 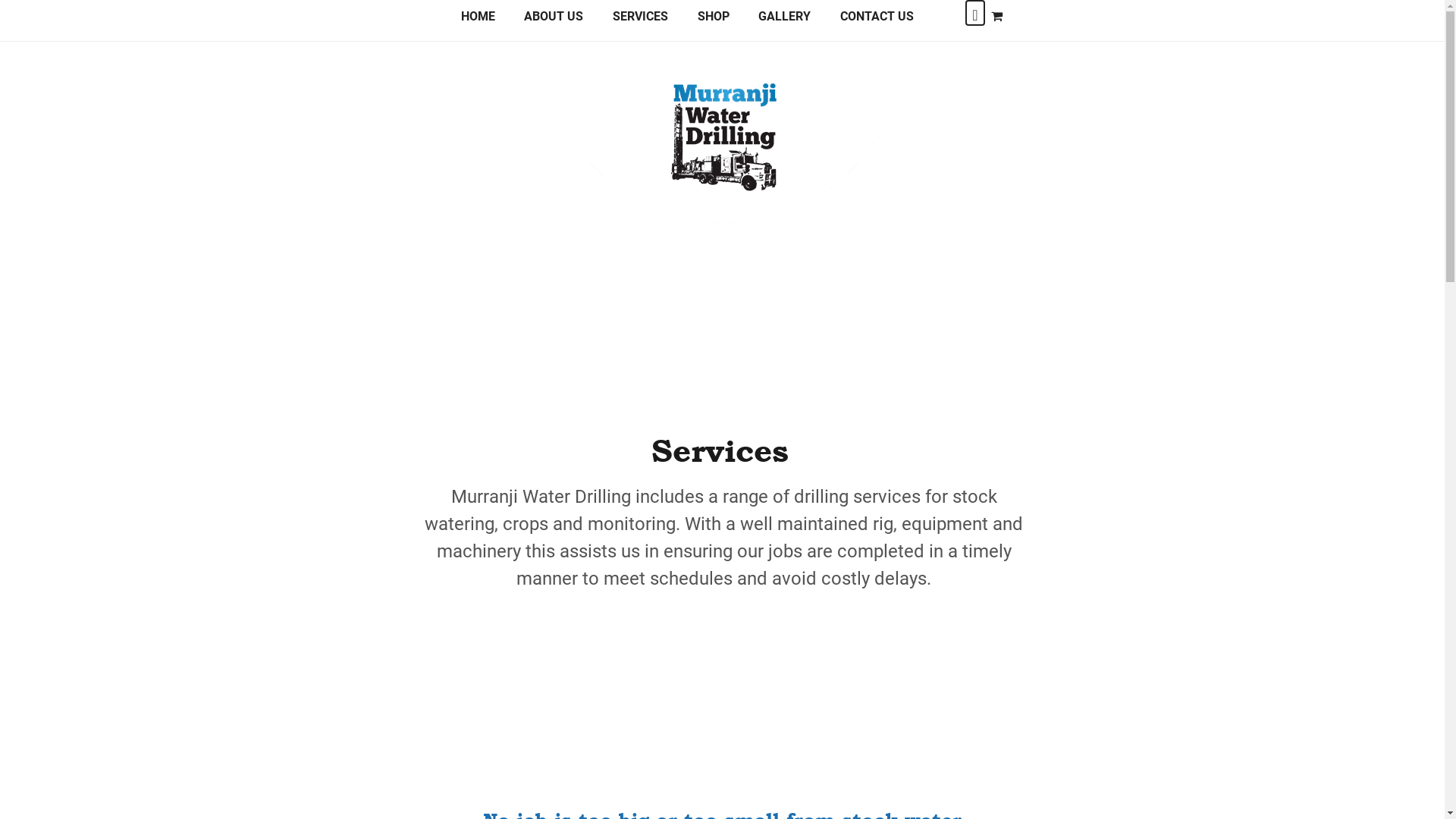 I want to click on 'ABOUT US', so click(x=553, y=22).